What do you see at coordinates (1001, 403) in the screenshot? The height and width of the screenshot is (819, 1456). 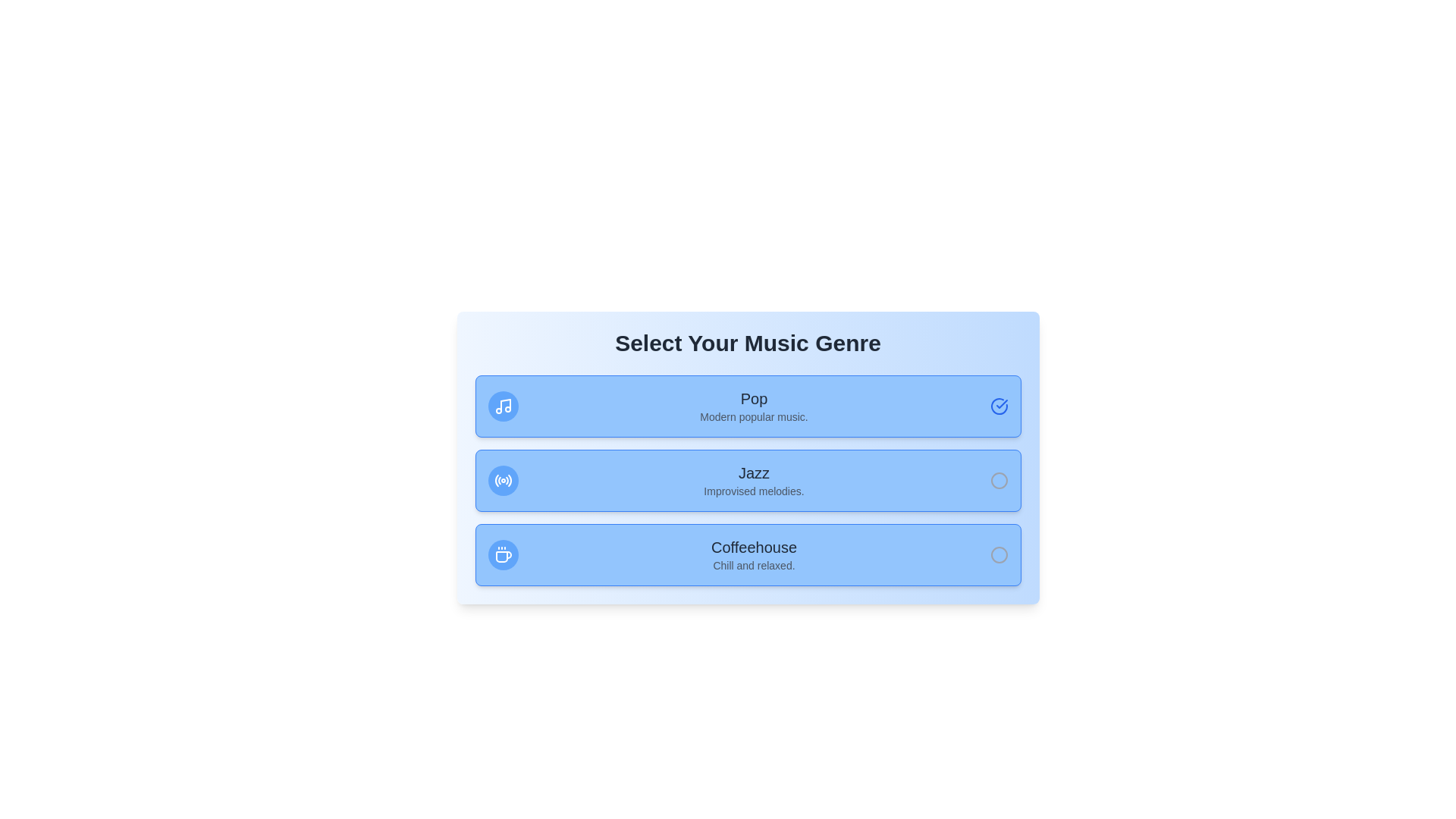 I see `the checkmark icon inside the blue circular frame` at bounding box center [1001, 403].